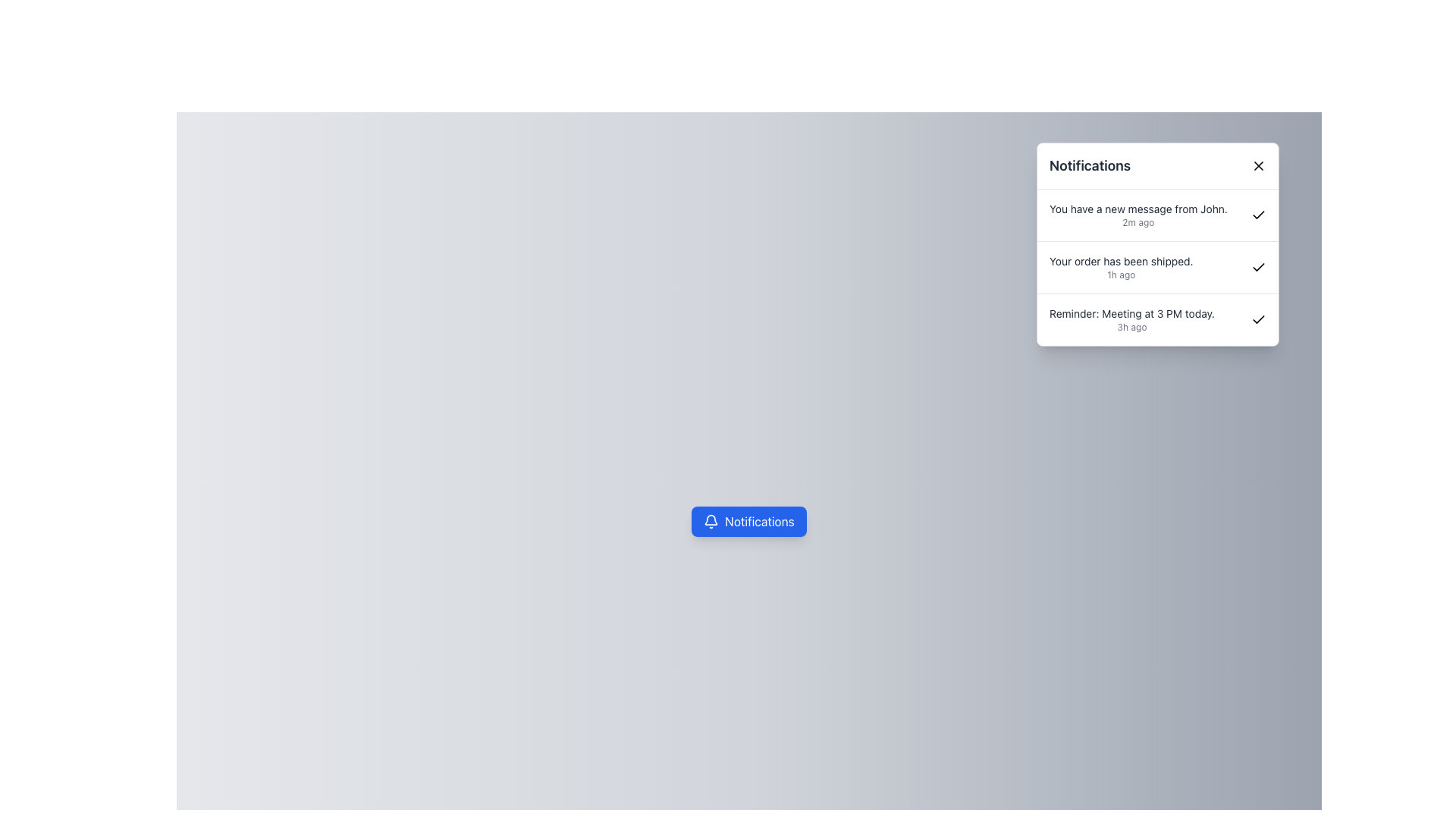 This screenshot has height=819, width=1456. Describe the element at coordinates (1156, 215) in the screenshot. I see `the notification item displaying 'You have a new message from John.'` at that location.